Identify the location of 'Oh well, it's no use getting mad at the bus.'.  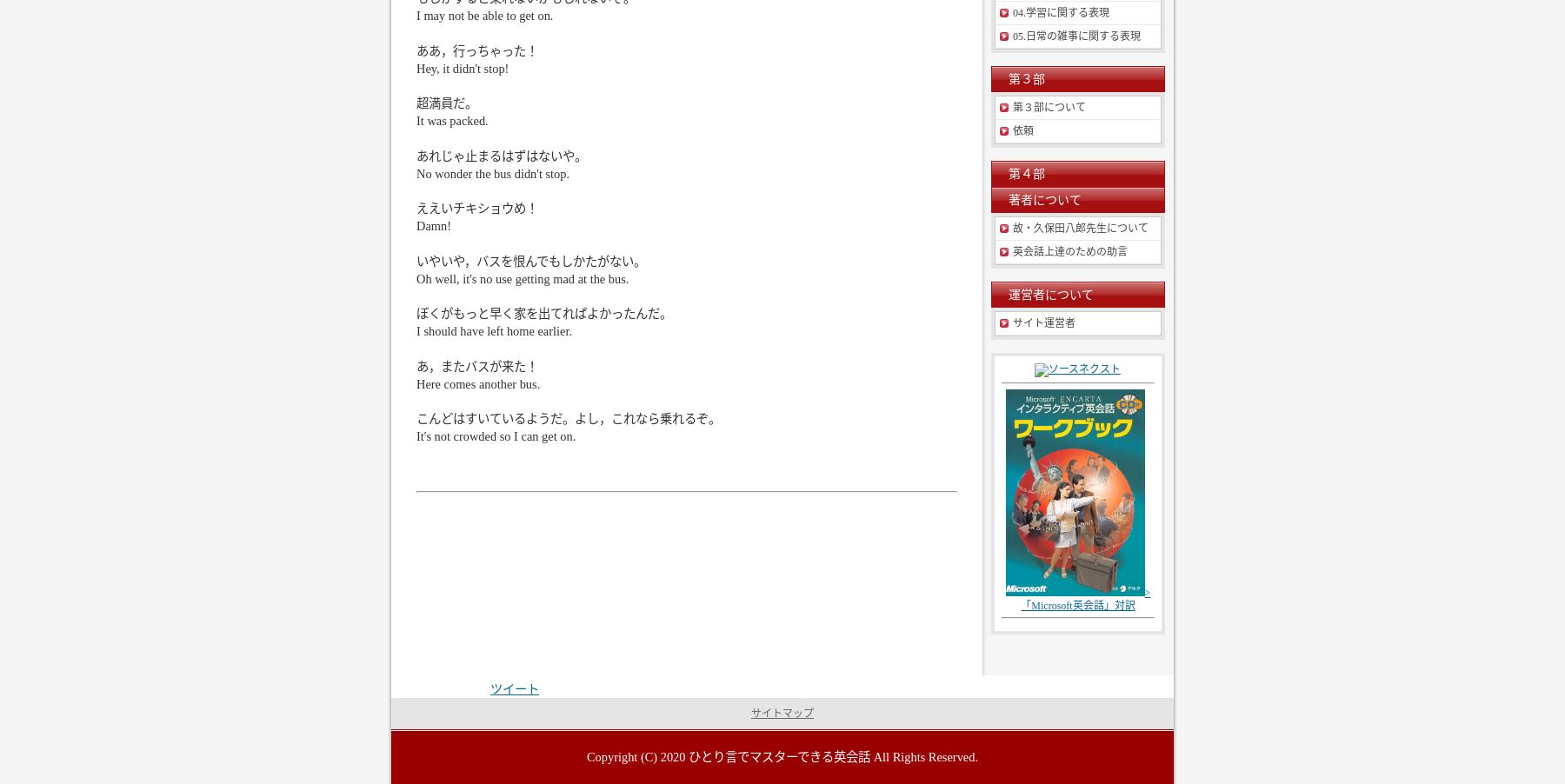
(523, 277).